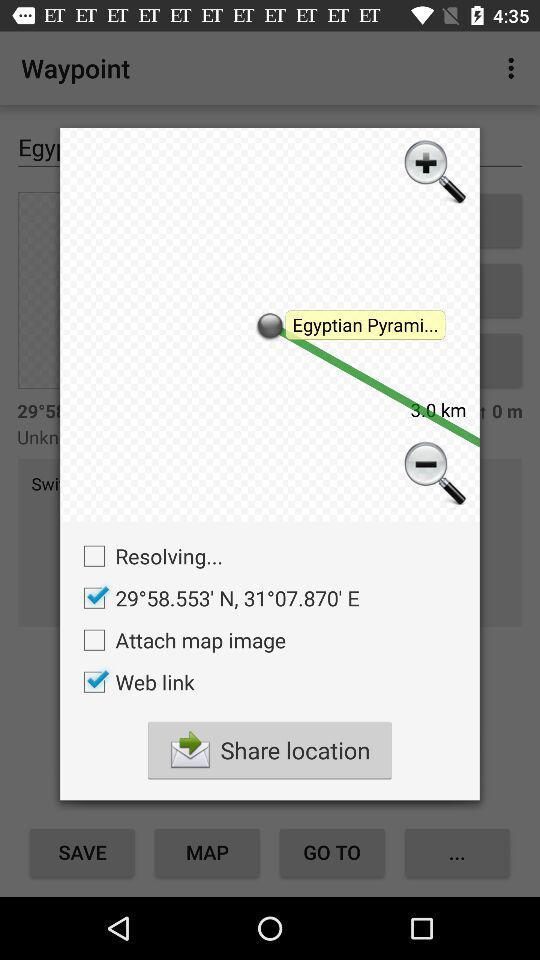 Image resolution: width=540 pixels, height=960 pixels. Describe the element at coordinates (147, 556) in the screenshot. I see `the icon above the 29 58 553 checkbox` at that location.